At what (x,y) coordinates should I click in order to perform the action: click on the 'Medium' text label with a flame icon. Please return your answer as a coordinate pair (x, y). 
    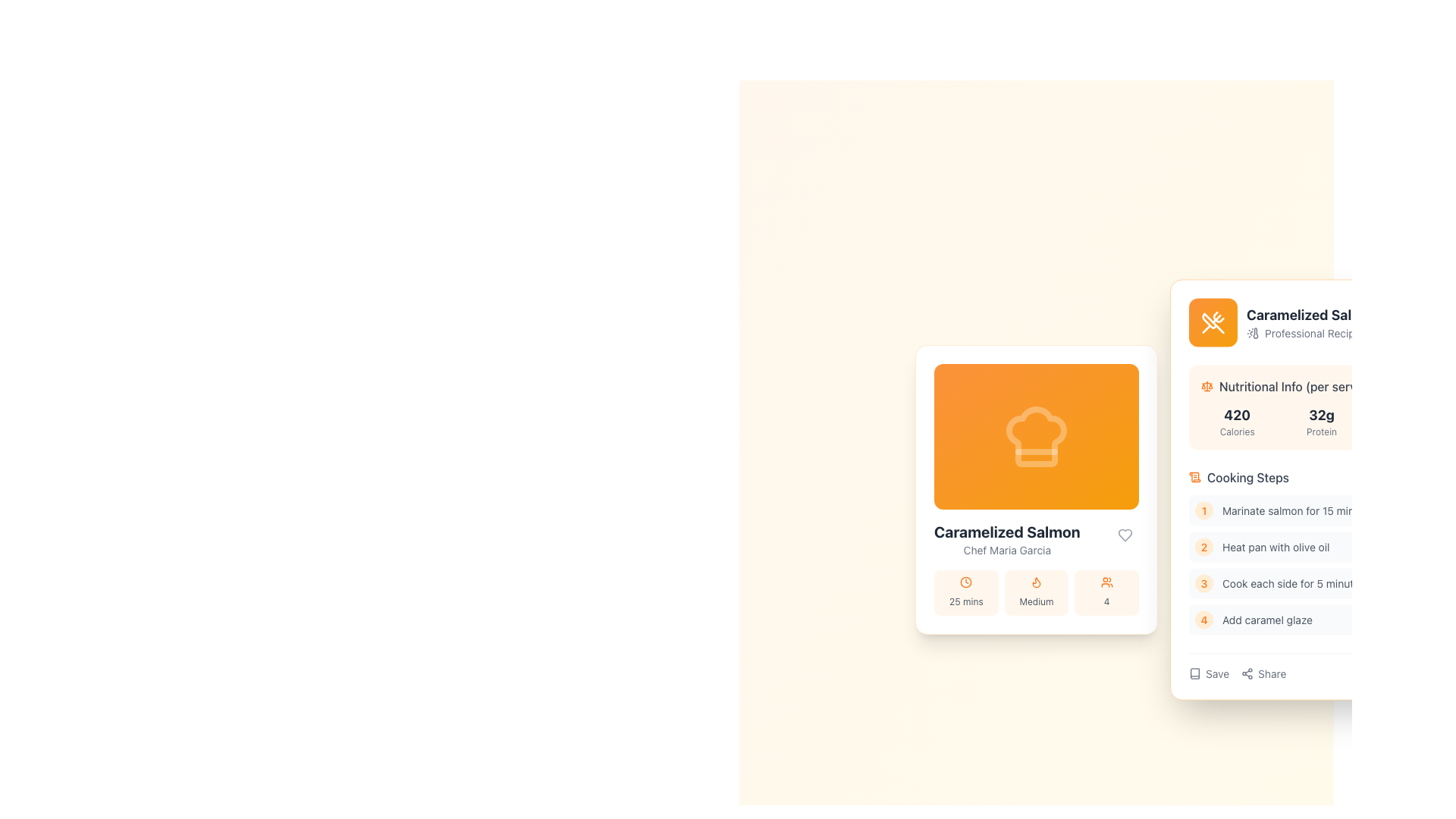
    Looking at the image, I should click on (1036, 592).